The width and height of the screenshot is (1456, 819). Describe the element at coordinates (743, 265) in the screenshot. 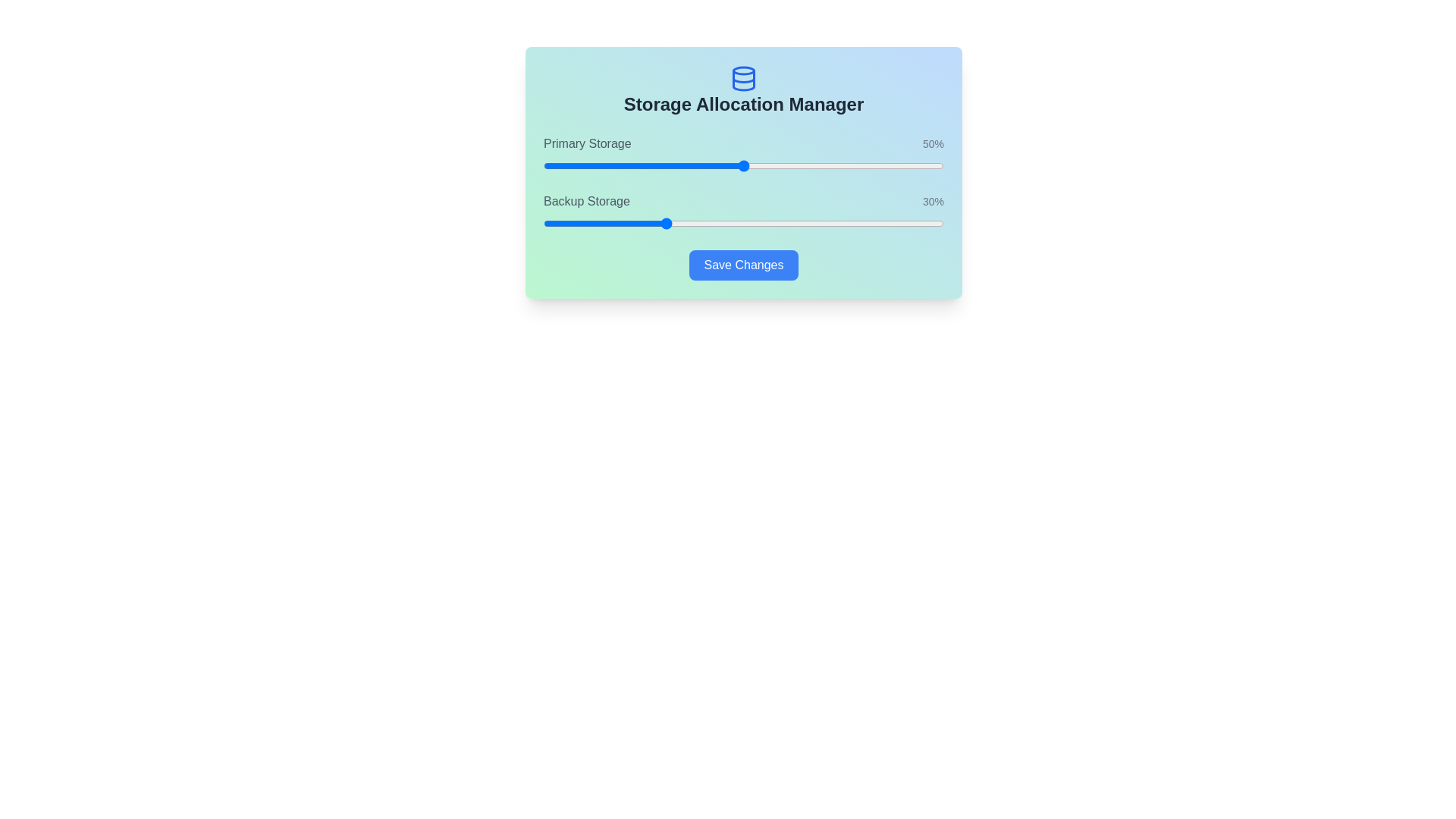

I see `the 'Save Changes' button to submit the current settings` at that location.